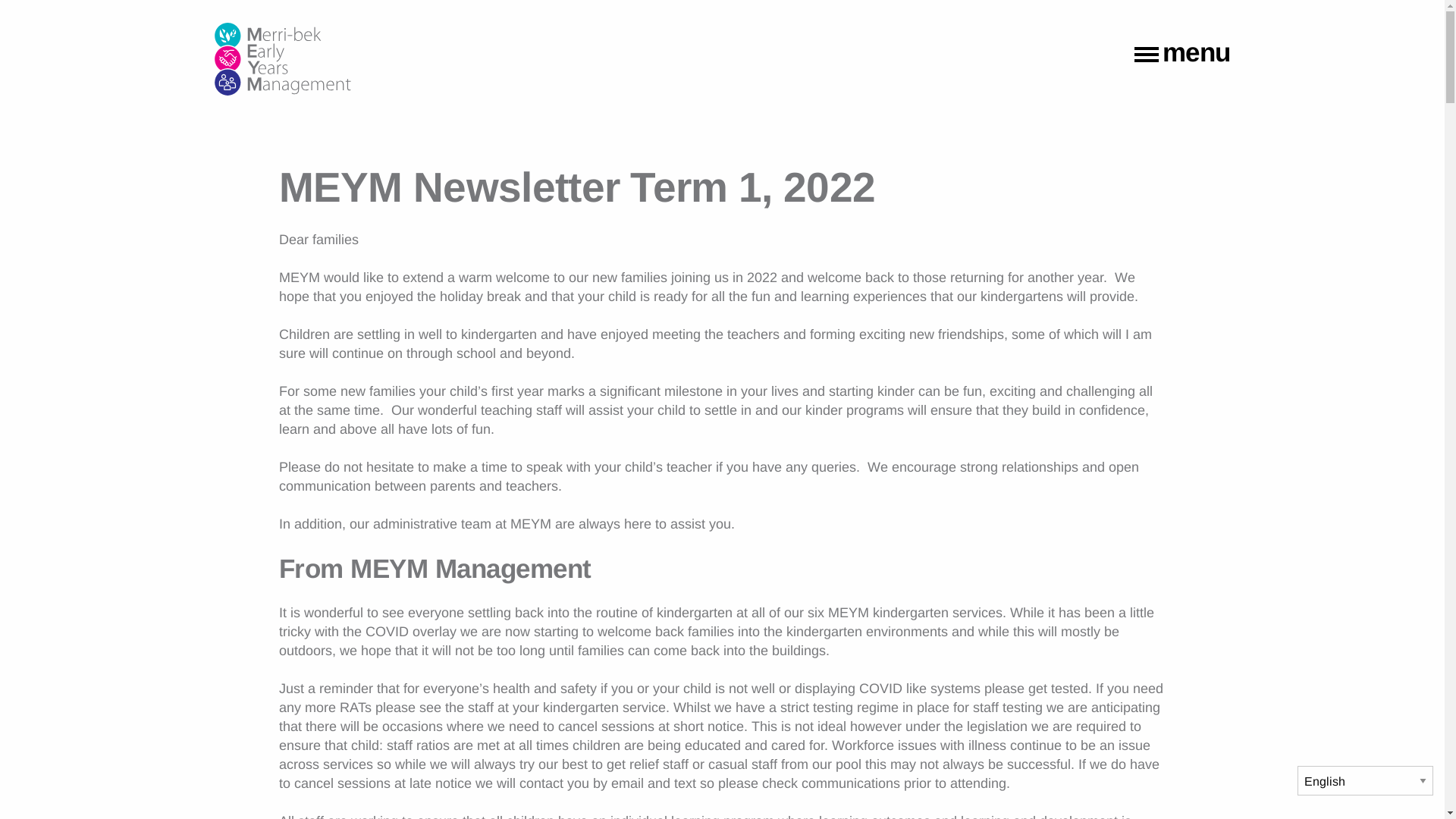 The image size is (1456, 819). I want to click on 'menu', so click(1134, 55).